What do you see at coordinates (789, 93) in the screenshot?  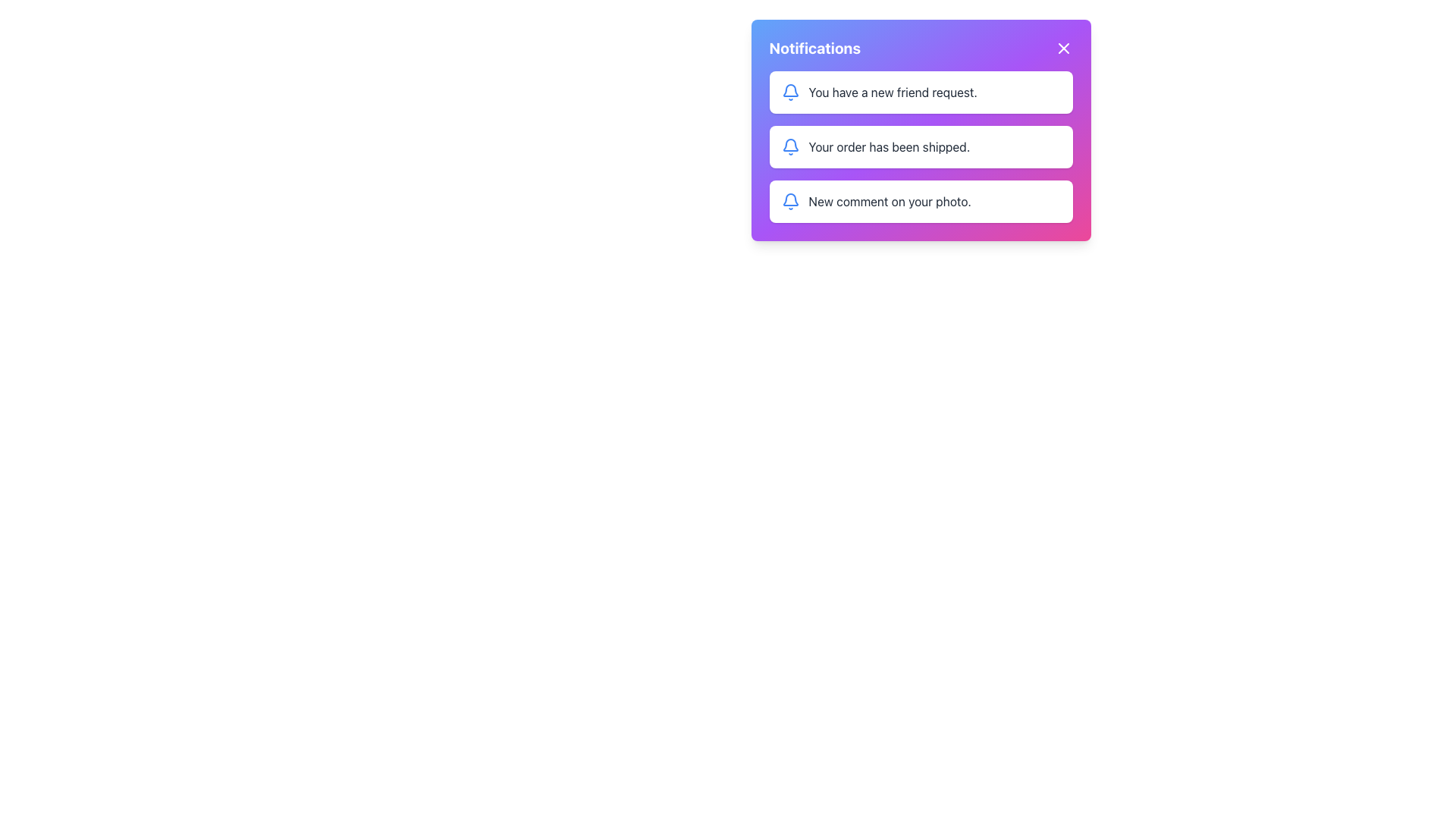 I see `notification icon located at the top-left corner of the first notification card, adjacent to the text 'You have a new friend request.'` at bounding box center [789, 93].